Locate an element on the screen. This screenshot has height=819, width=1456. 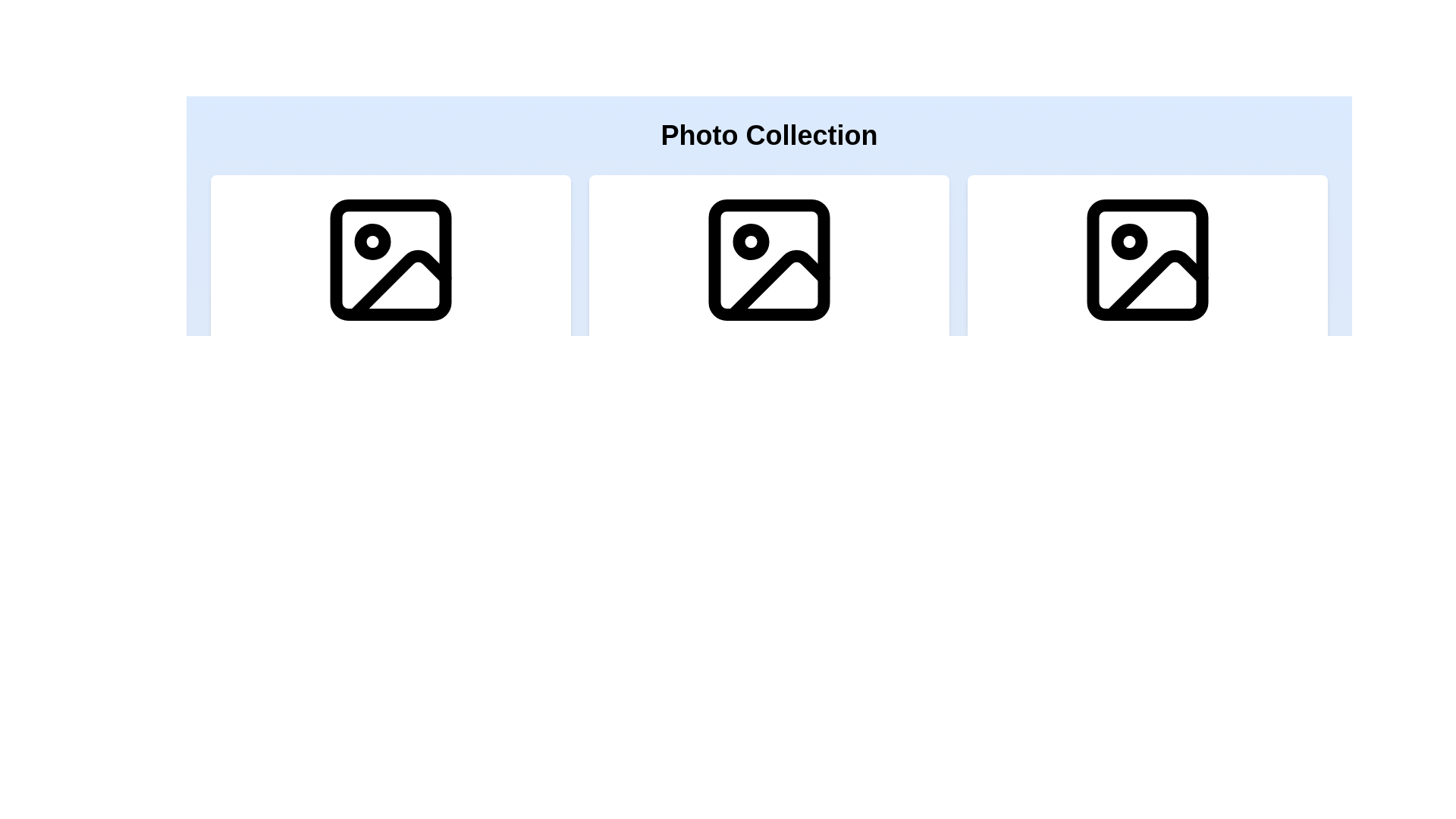
the first card in the sequence, which has a black photo outline icon on a white background is located at coordinates (391, 289).